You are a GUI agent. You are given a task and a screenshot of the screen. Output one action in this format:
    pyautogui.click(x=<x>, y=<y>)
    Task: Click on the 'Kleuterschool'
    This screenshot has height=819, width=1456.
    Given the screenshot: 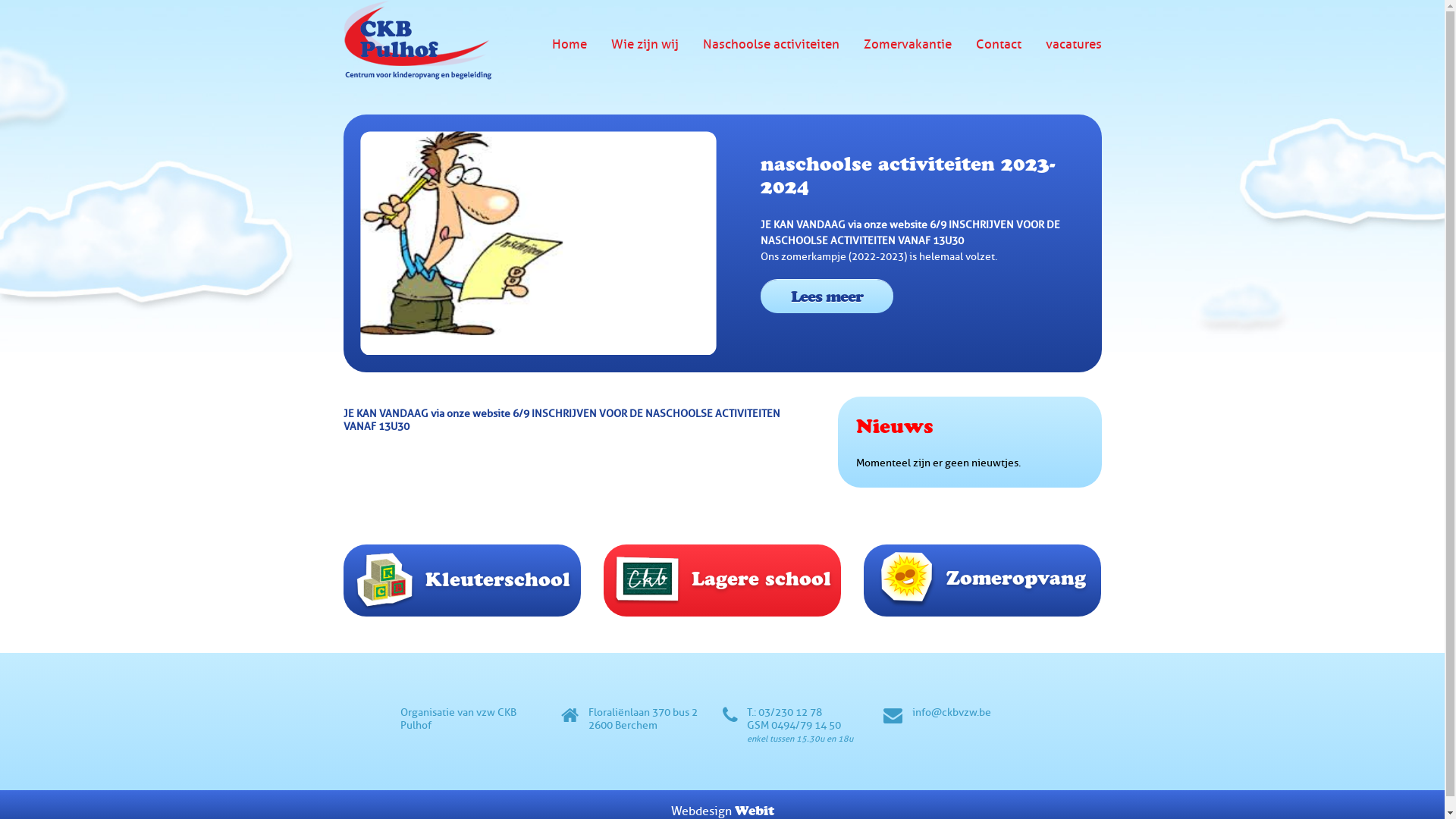 What is the action you would take?
    pyautogui.click(x=461, y=579)
    